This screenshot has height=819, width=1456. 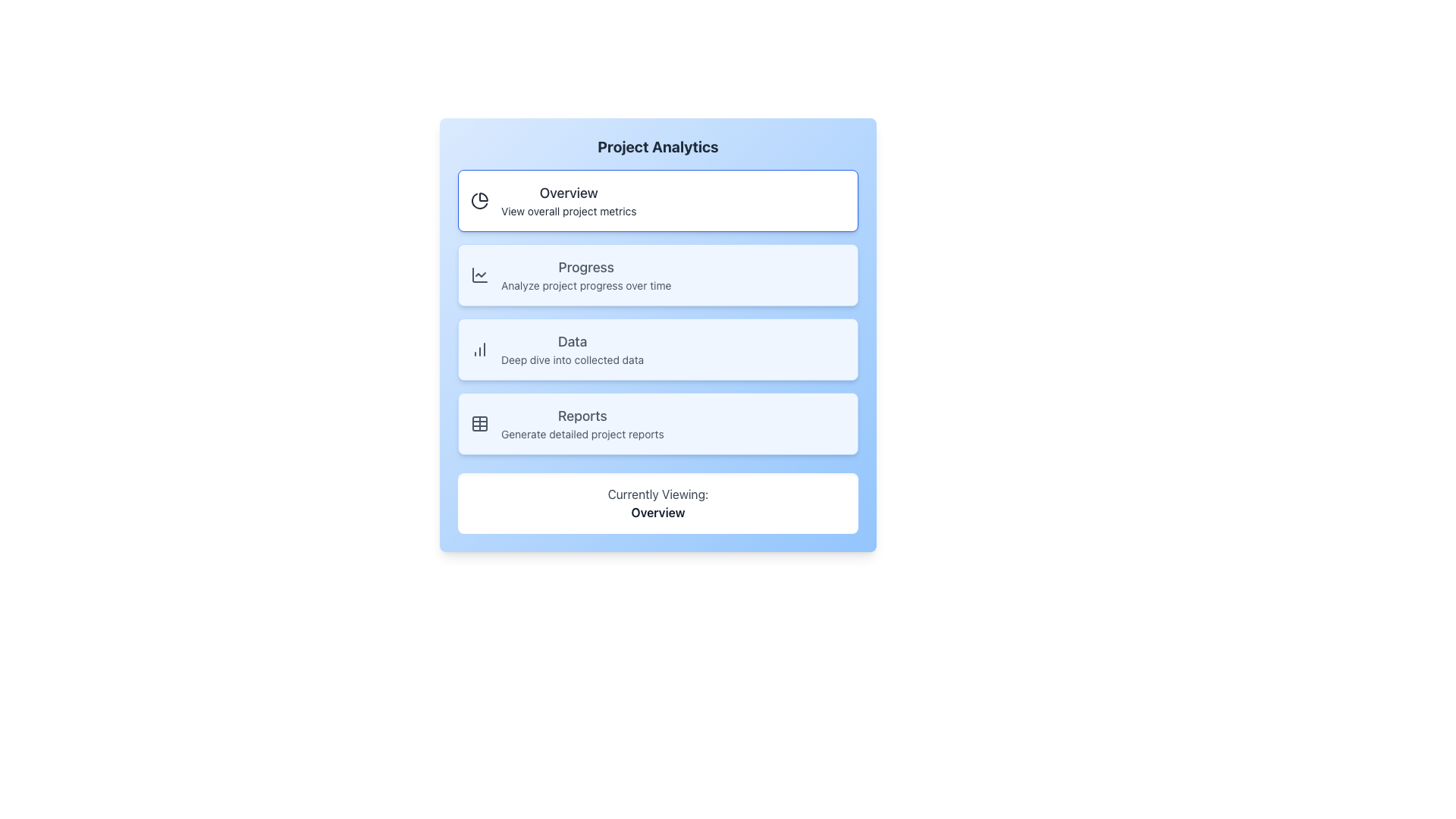 I want to click on the non-interactive Text label providing contextual information about the 'Data' section, which is positioned below the word 'Data' and to the right of a data analysis icon, so click(x=572, y=359).